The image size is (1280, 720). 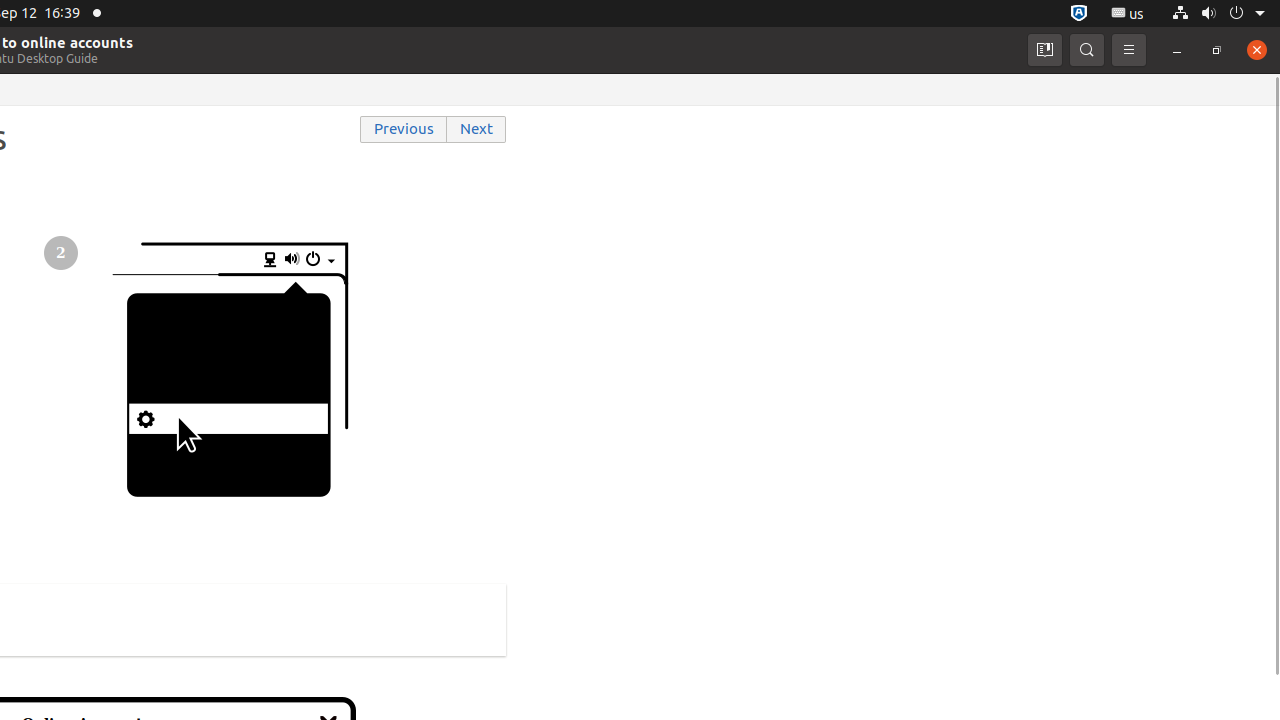 What do you see at coordinates (1176, 48) in the screenshot?
I see `'Minimize'` at bounding box center [1176, 48].